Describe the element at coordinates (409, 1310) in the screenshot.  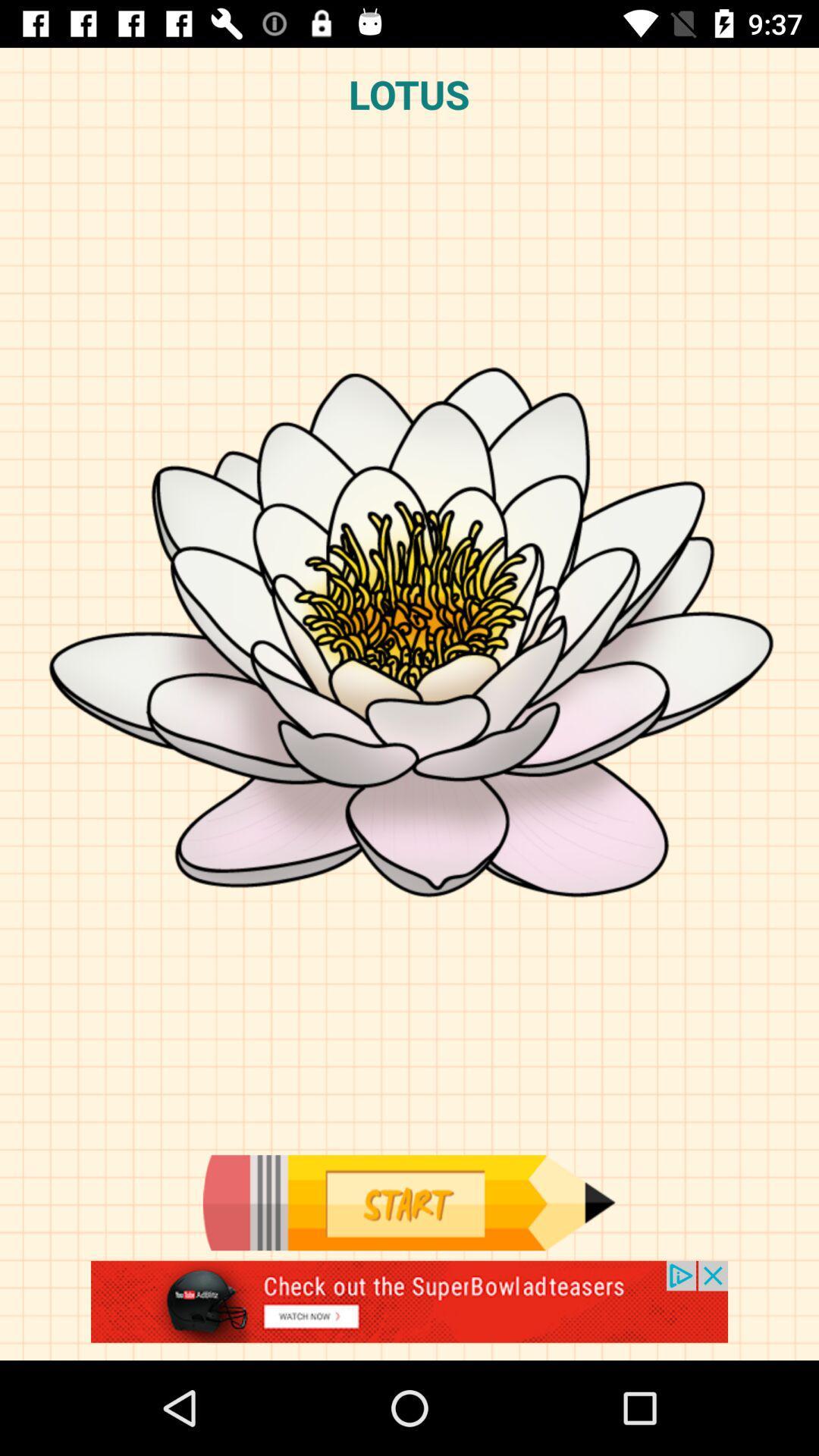
I see `the advertisement page` at that location.